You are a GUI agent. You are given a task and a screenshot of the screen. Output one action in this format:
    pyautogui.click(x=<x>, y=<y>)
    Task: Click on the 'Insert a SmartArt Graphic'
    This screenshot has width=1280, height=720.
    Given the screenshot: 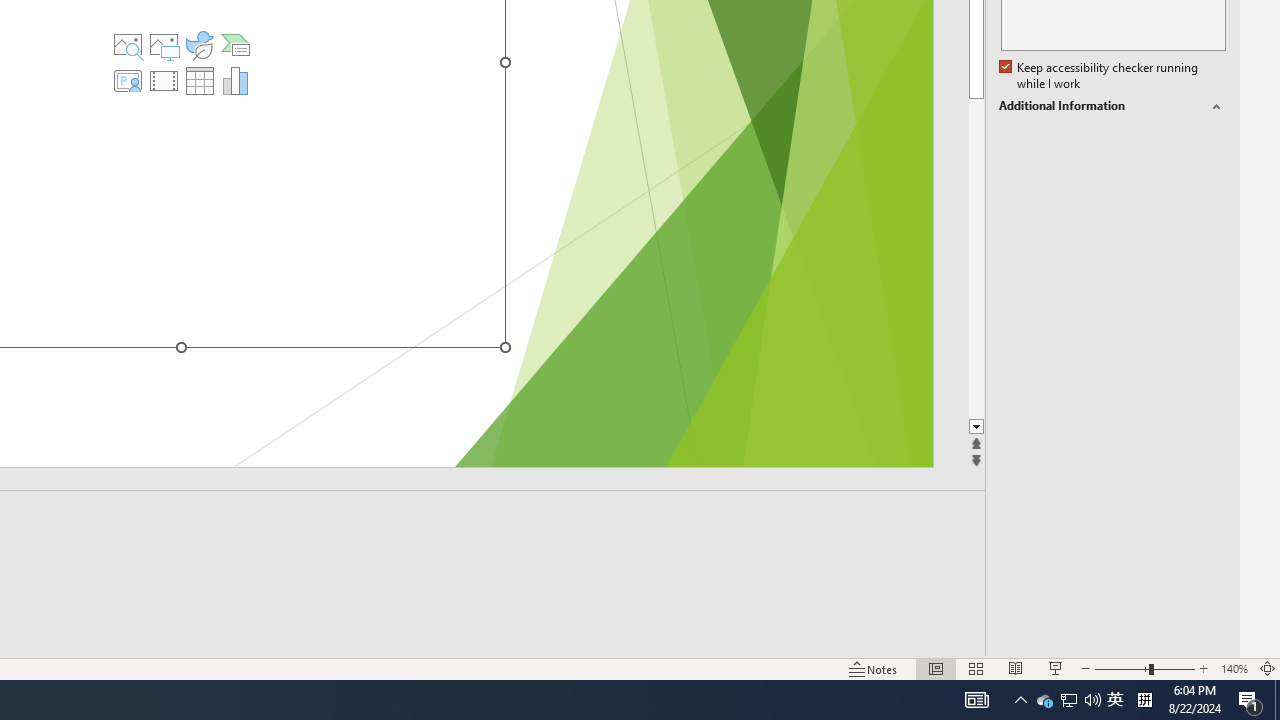 What is the action you would take?
    pyautogui.click(x=236, y=45)
    